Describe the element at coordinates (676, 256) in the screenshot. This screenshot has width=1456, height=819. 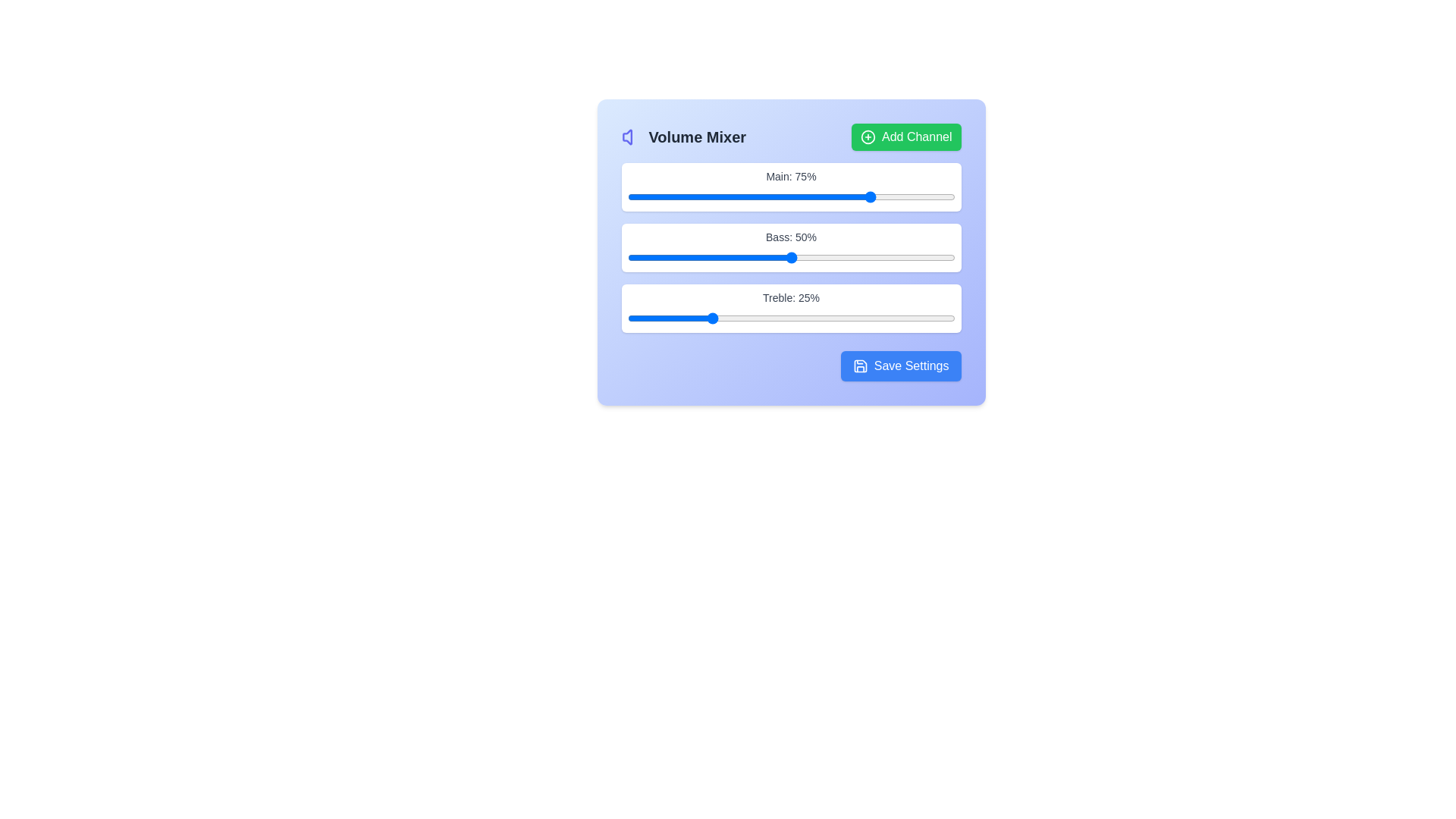
I see `bass level` at that location.